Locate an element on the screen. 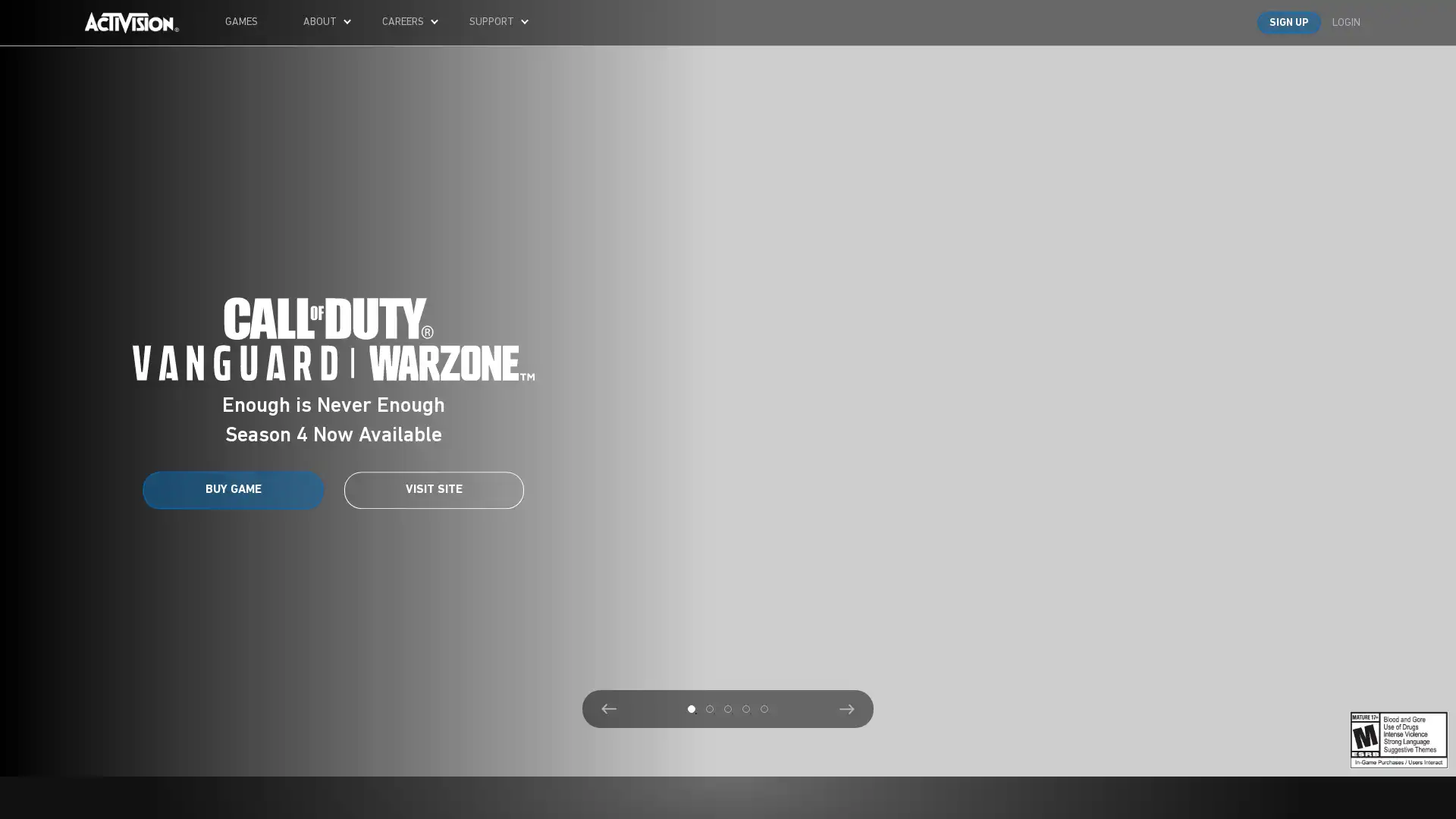  2 is located at coordinates (709, 708).